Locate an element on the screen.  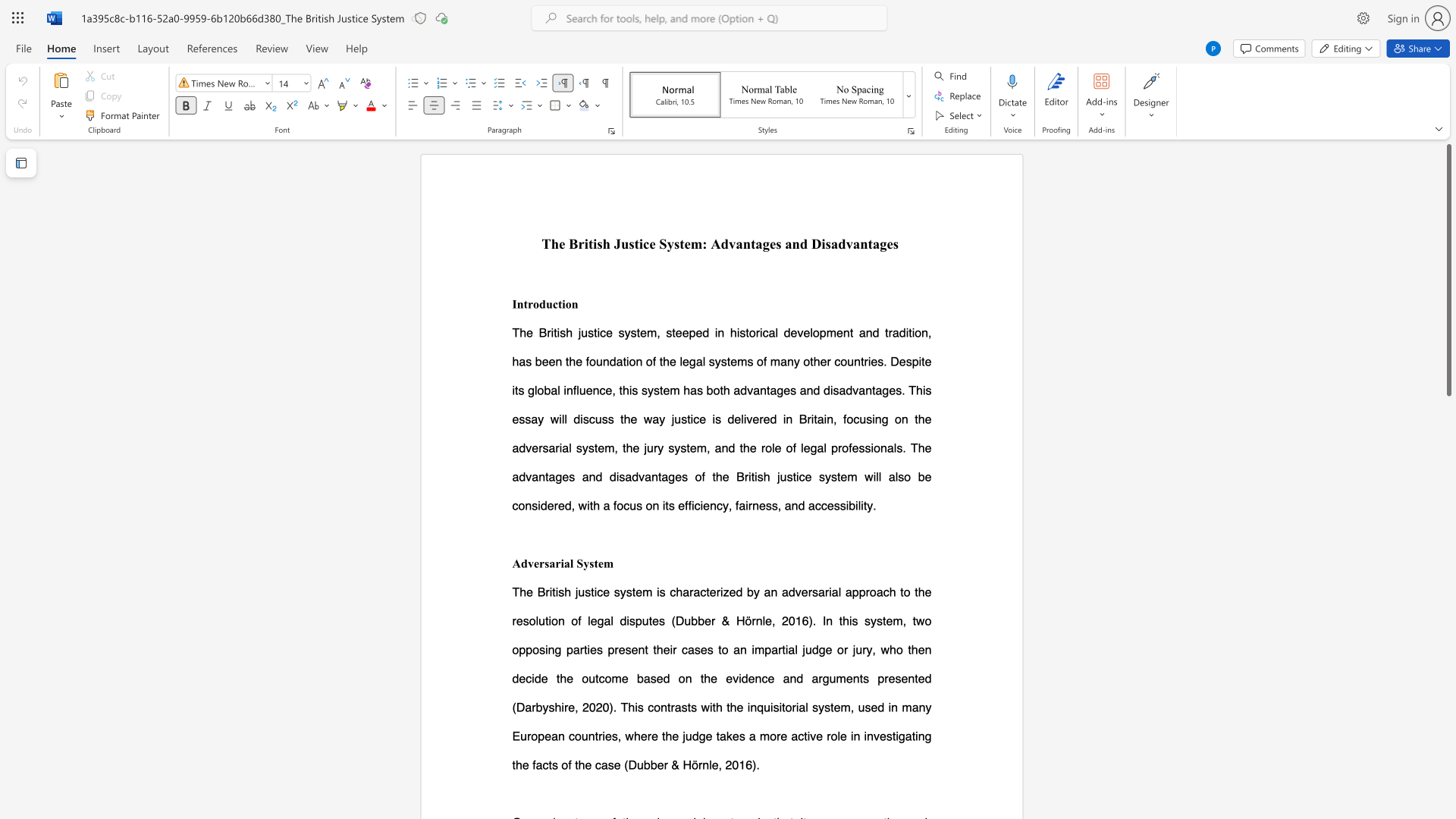
the vertical scrollbar to lower the page content is located at coordinates (1448, 508).